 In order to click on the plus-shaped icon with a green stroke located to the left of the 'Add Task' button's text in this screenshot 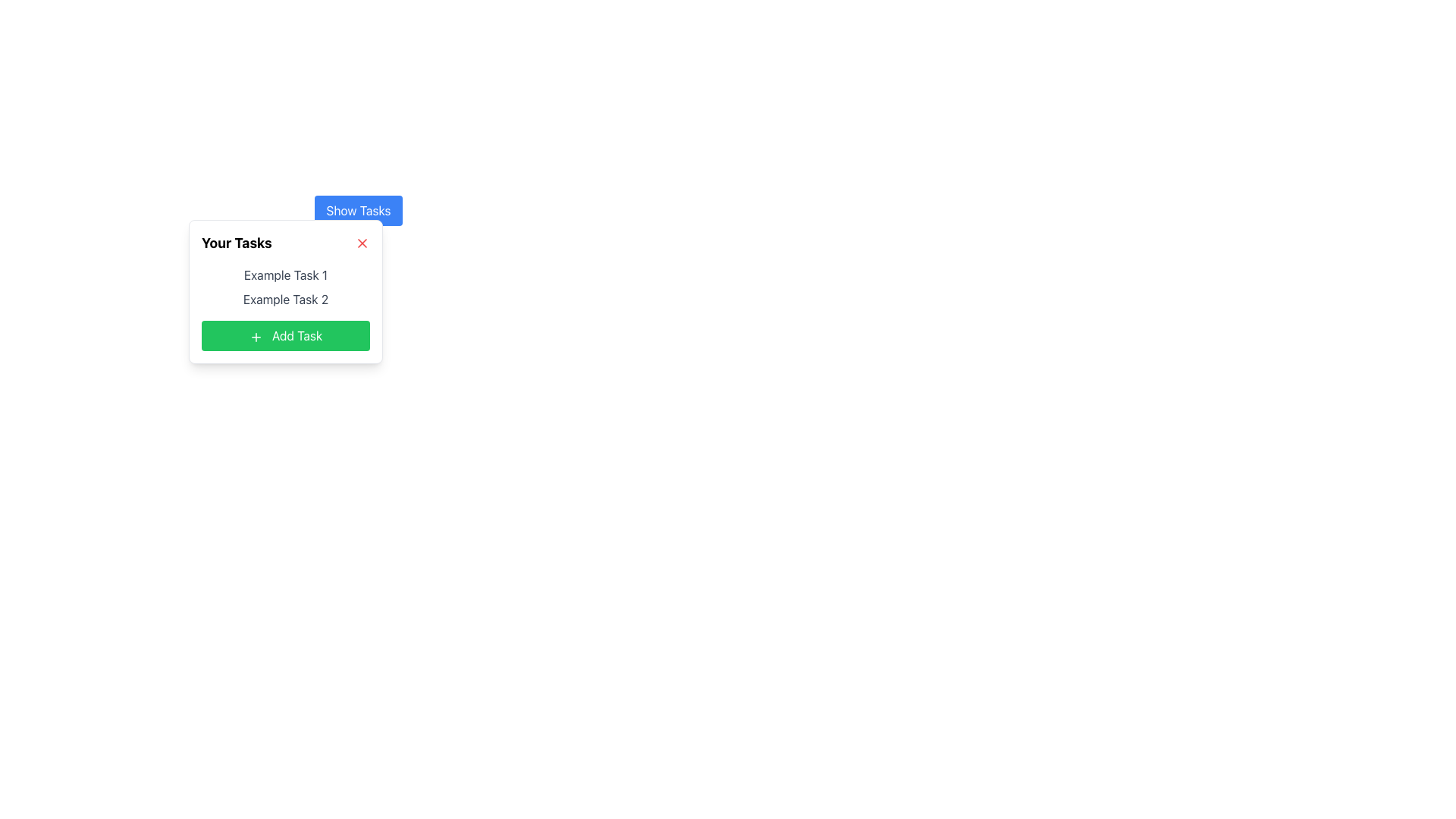, I will do `click(256, 336)`.